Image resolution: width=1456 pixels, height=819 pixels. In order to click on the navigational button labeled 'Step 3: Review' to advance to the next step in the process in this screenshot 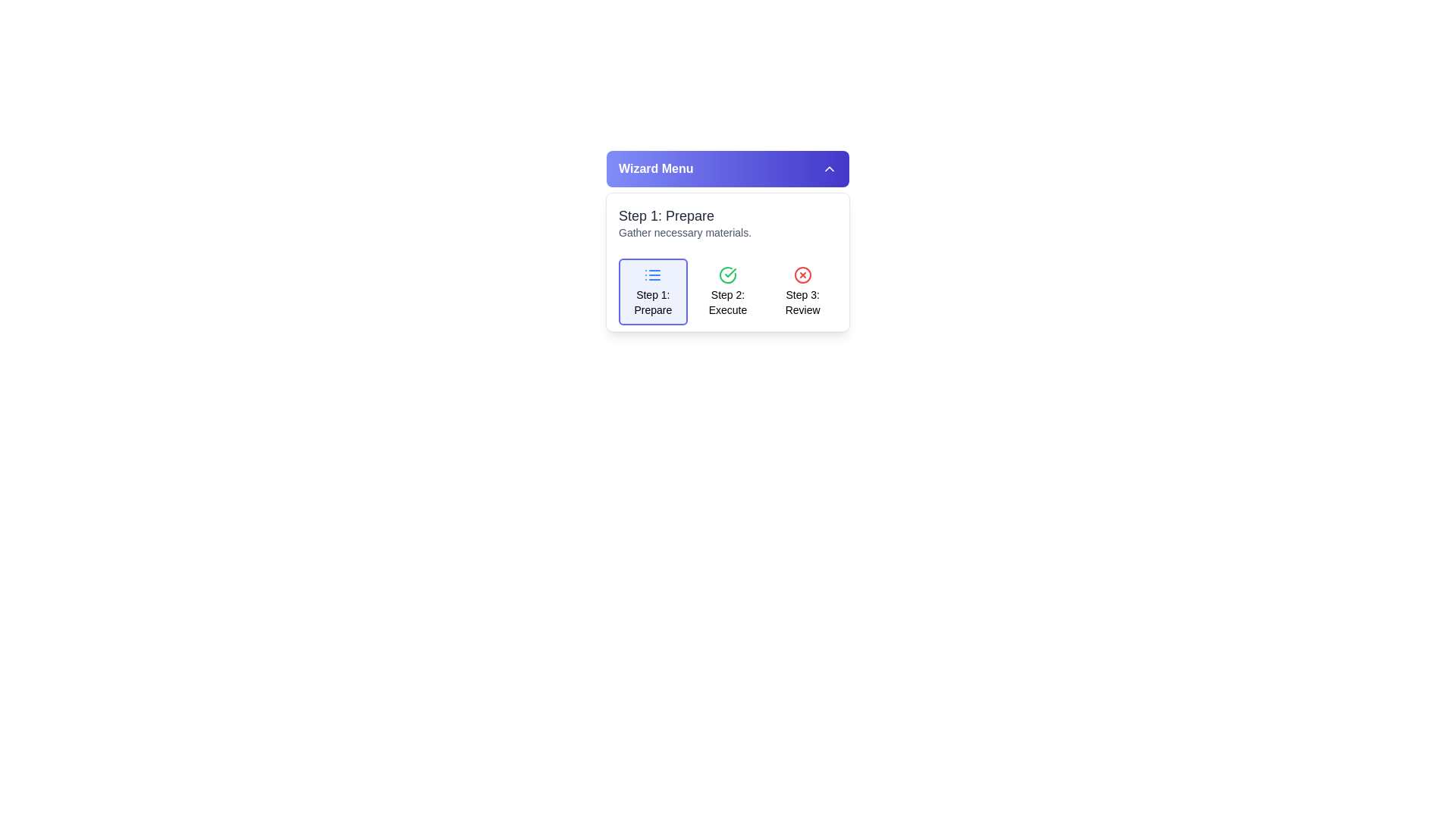, I will do `click(802, 291)`.